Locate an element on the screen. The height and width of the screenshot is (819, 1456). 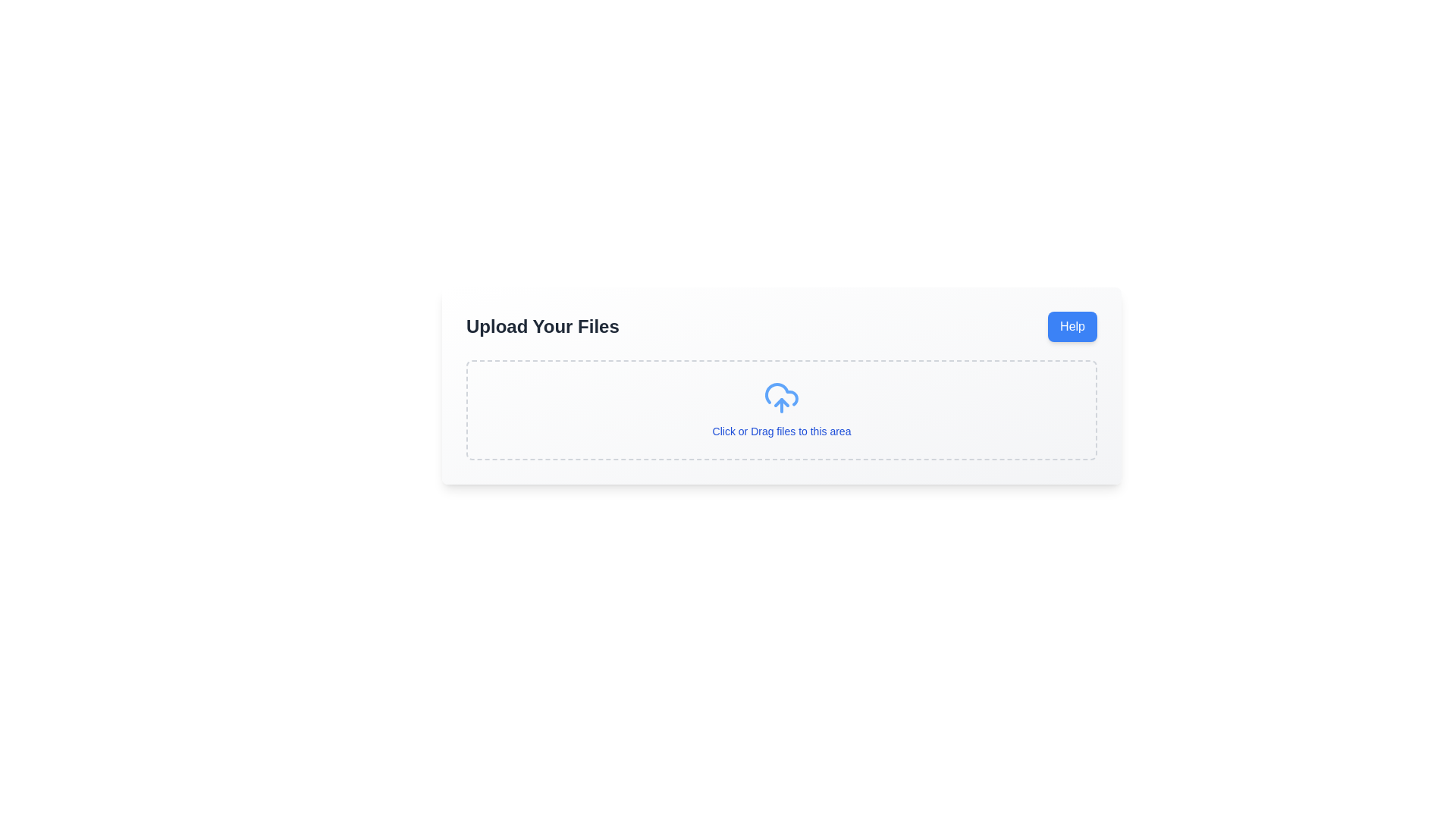
the Text label that informs the user about uploading files, which is positioned below a cloud upload icon and within a dashed border area is located at coordinates (782, 431).